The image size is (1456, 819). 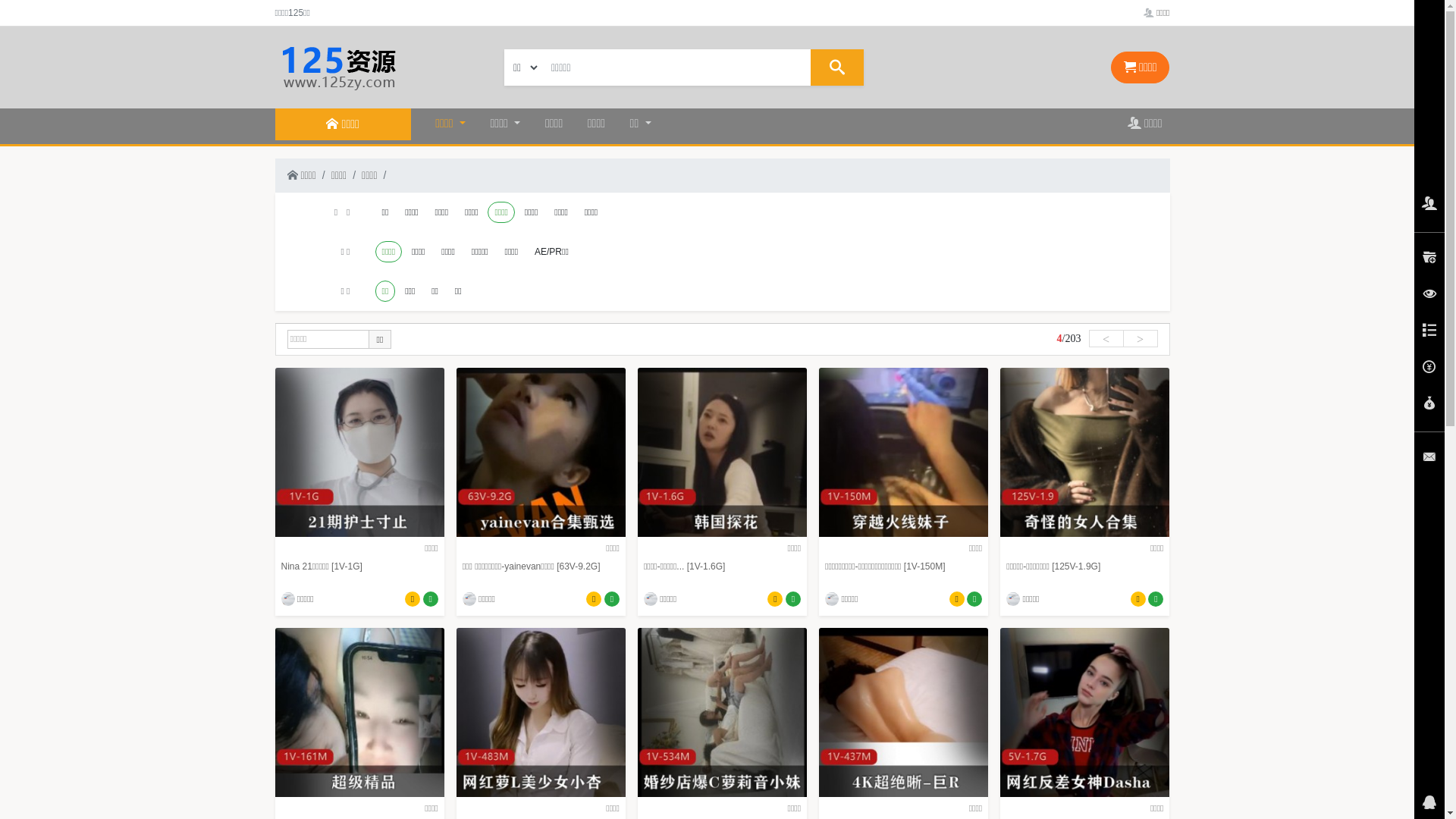 I want to click on '<', so click(x=1087, y=337).